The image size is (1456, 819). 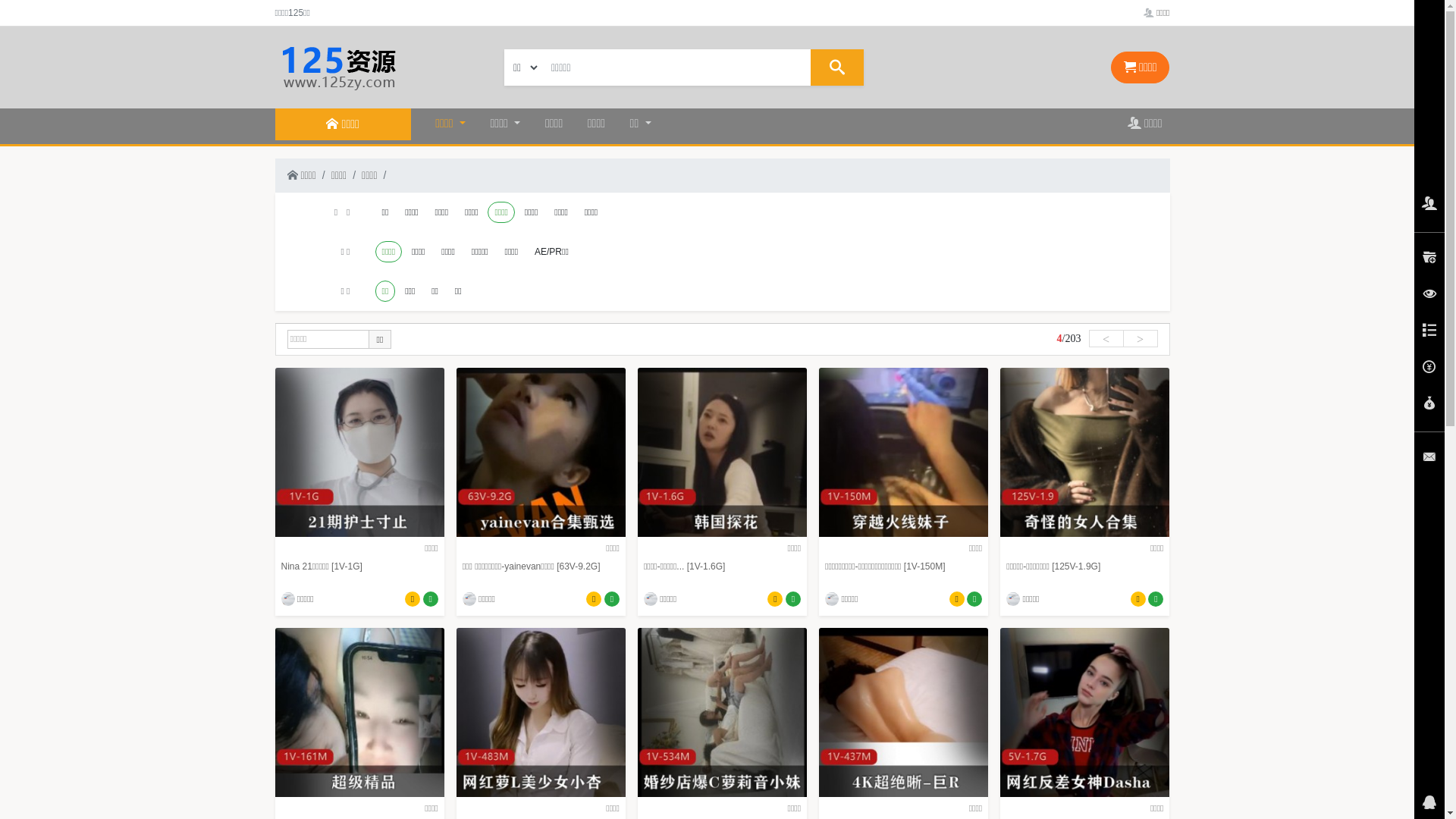 I want to click on '<', so click(x=1087, y=337).